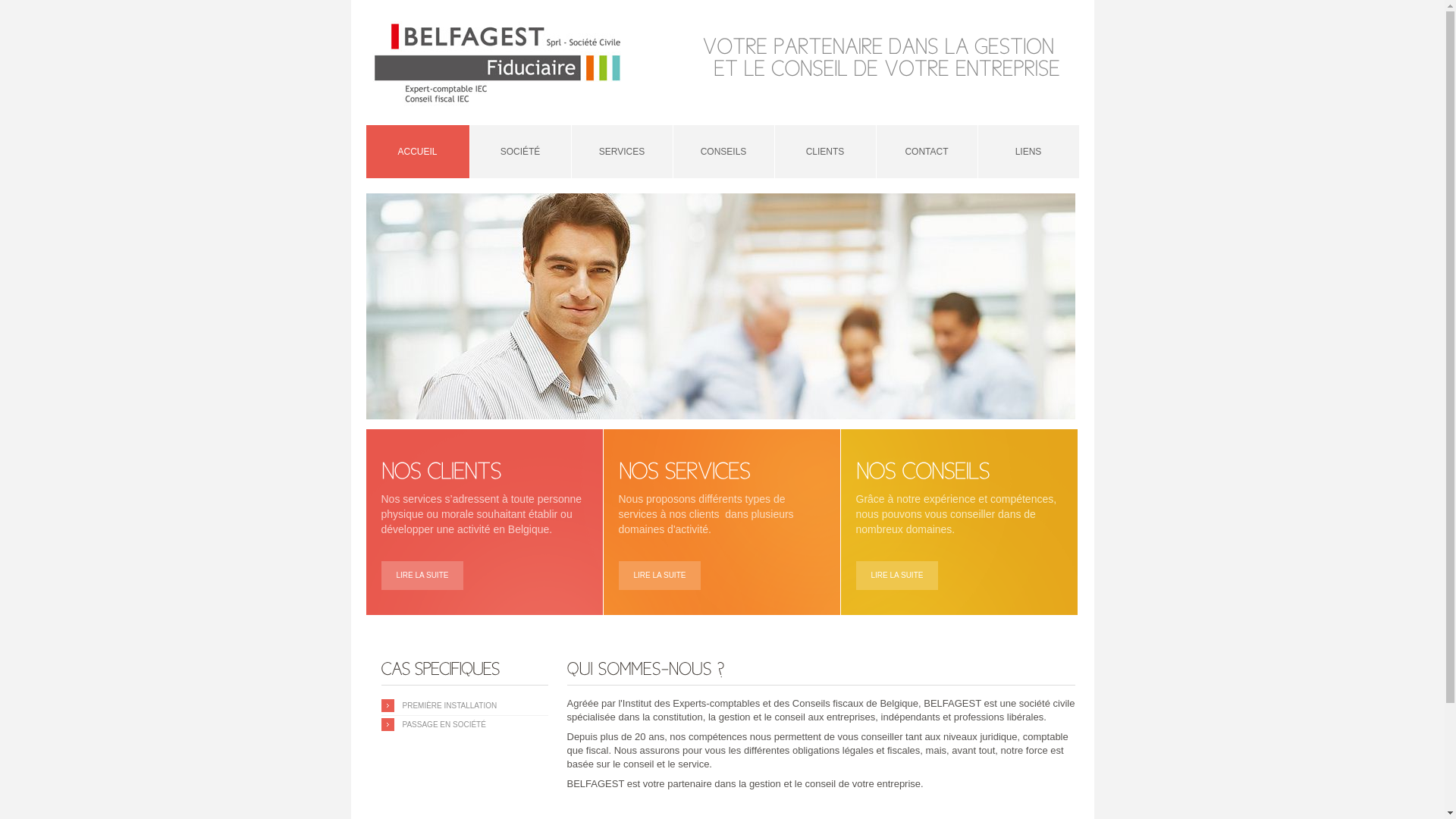  I want to click on 'Belfagest', so click(498, 61).